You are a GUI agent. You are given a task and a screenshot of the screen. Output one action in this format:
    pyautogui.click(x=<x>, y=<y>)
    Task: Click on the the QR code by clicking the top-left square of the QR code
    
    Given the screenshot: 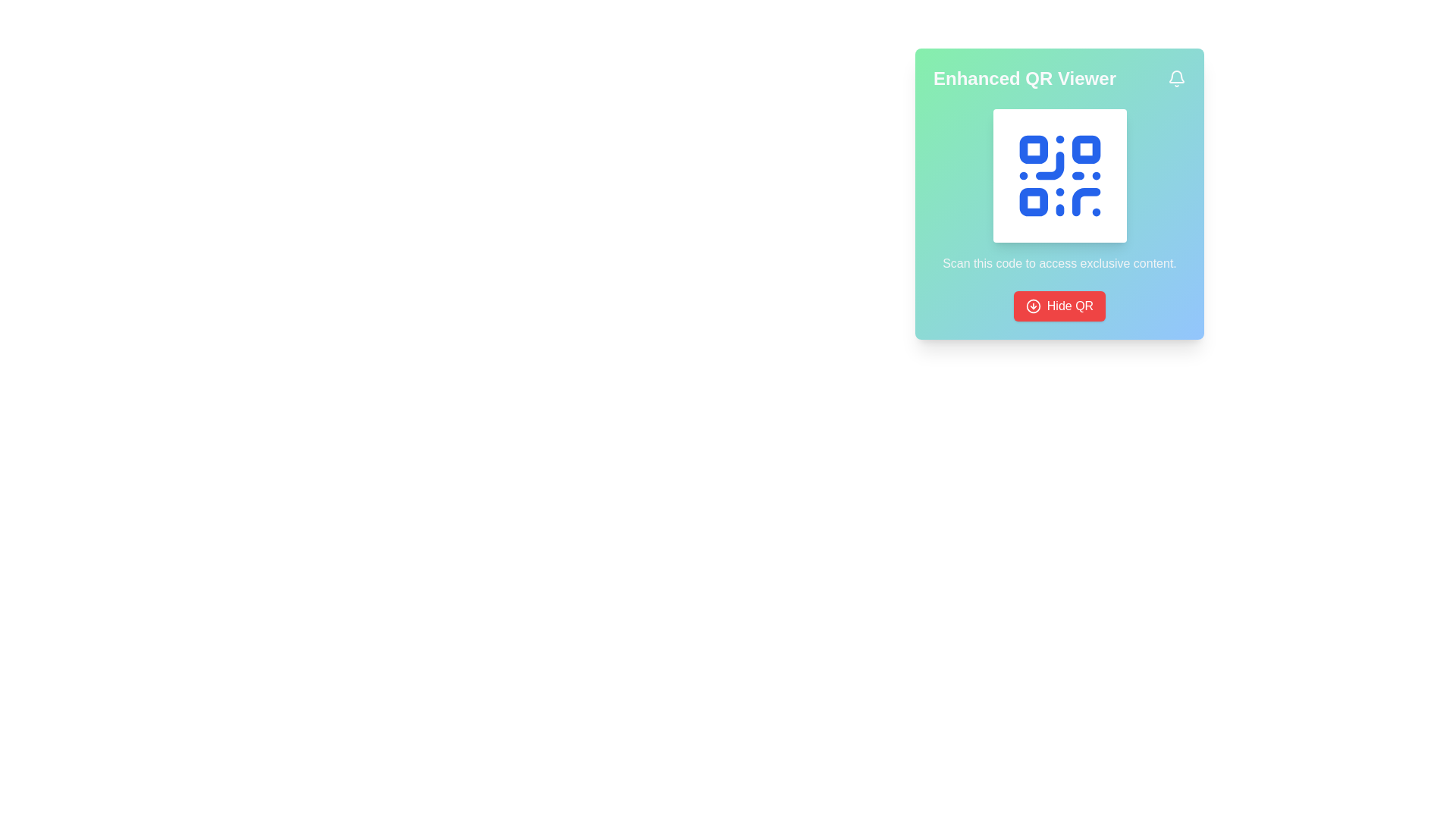 What is the action you would take?
    pyautogui.click(x=1032, y=149)
    